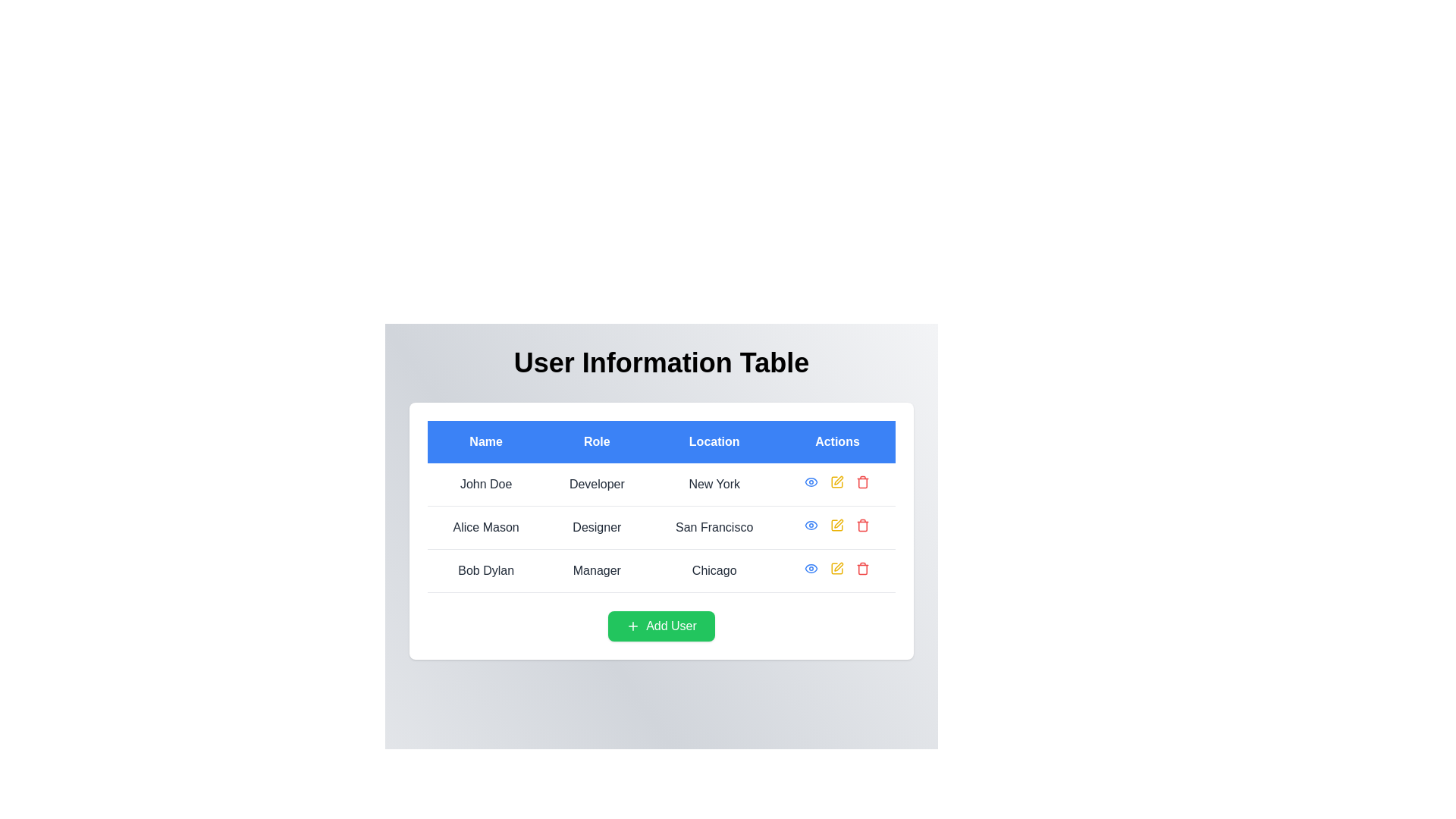  I want to click on the text display that shows 'Chicago' in bold, dark font within the user information table, located in the third data row associated with 'Bob Dylan', so click(714, 570).